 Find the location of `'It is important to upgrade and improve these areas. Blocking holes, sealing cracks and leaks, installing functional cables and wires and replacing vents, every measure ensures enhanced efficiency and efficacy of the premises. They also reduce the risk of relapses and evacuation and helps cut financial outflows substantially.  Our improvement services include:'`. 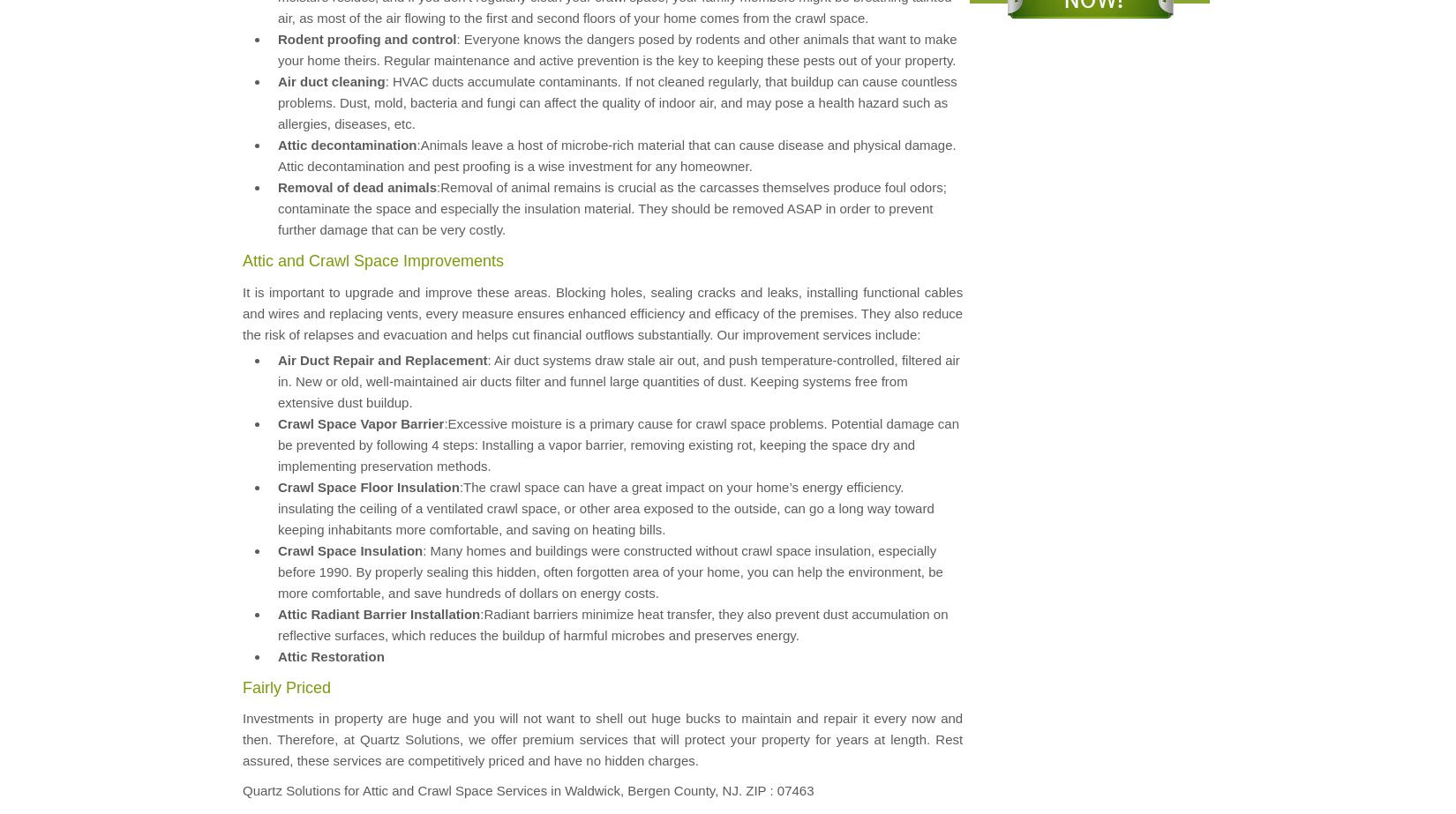

'It is important to upgrade and improve these areas. Blocking holes, sealing cracks and leaks, installing functional cables and wires and replacing vents, every measure ensures enhanced efficiency and efficacy of the premises. They also reduce the risk of relapses and evacuation and helps cut financial outflows substantially.  Our improvement services include:' is located at coordinates (601, 312).